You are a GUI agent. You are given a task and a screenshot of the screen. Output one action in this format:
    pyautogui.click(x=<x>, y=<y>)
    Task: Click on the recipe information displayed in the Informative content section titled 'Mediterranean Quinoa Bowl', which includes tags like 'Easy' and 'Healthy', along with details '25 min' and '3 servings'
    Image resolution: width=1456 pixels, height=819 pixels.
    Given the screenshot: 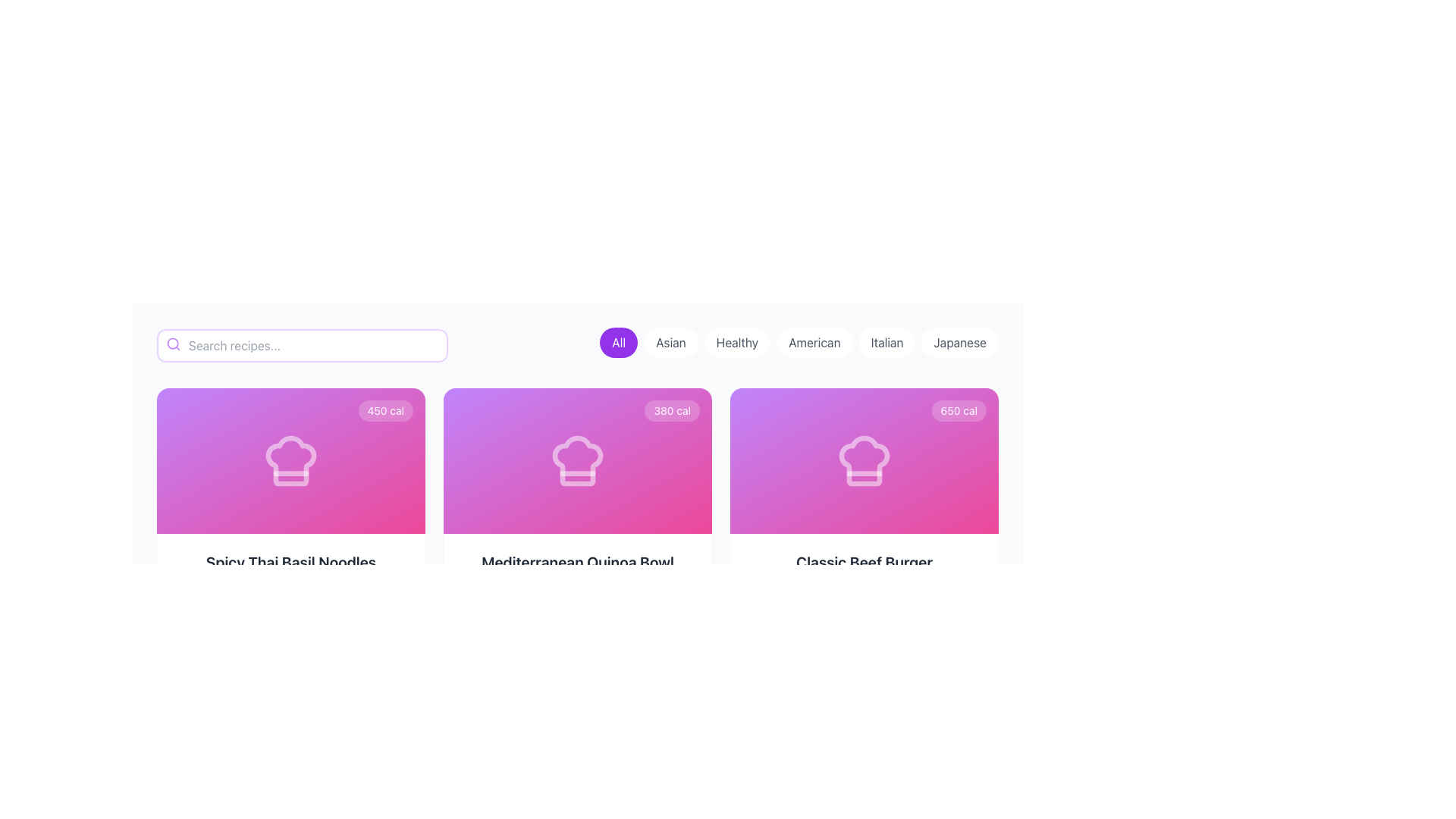 What is the action you would take?
    pyautogui.click(x=577, y=590)
    